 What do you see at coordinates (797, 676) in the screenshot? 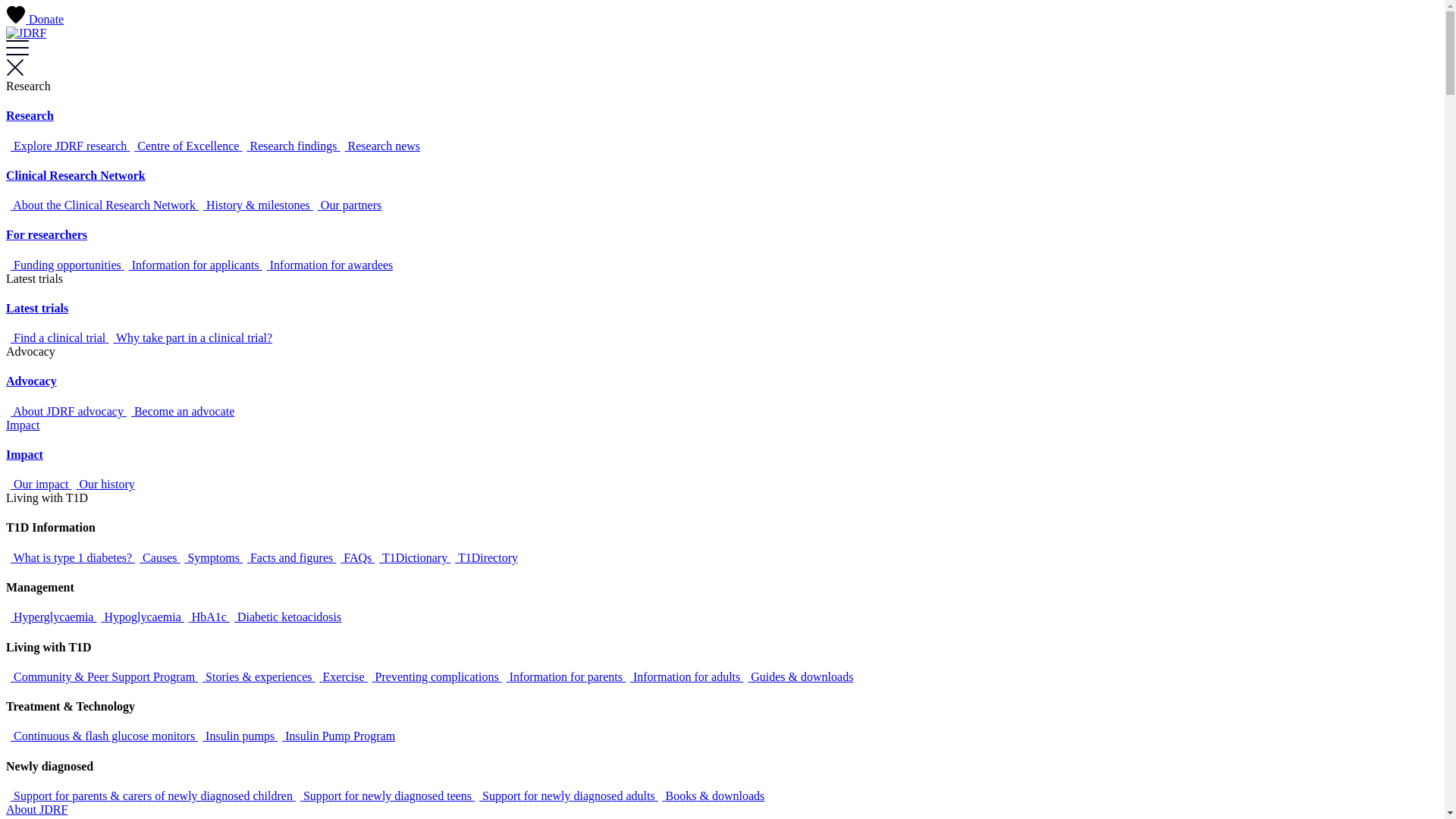
I see `'Guides & downloads'` at bounding box center [797, 676].